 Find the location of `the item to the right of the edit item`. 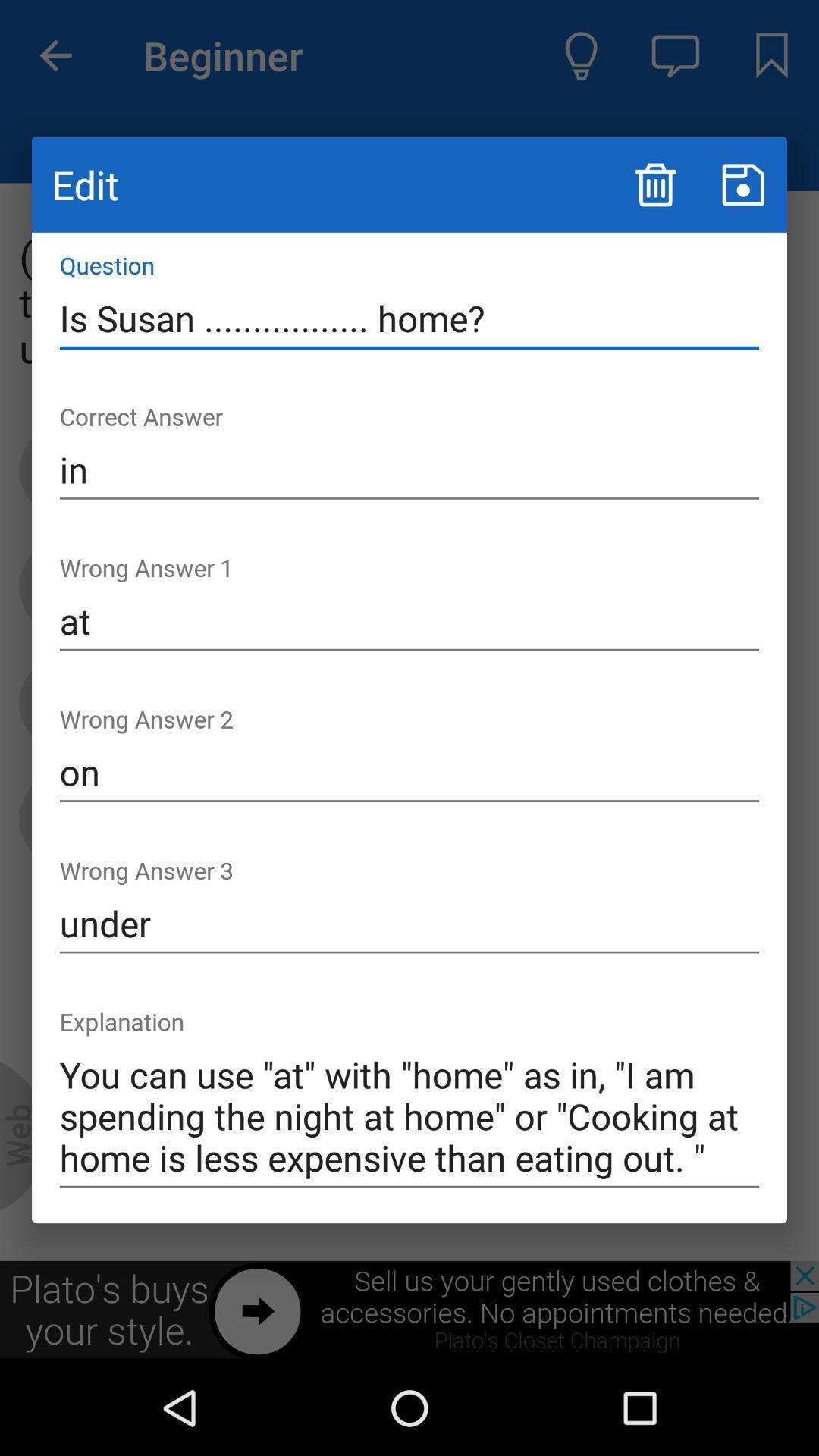

the item to the right of the edit item is located at coordinates (654, 184).